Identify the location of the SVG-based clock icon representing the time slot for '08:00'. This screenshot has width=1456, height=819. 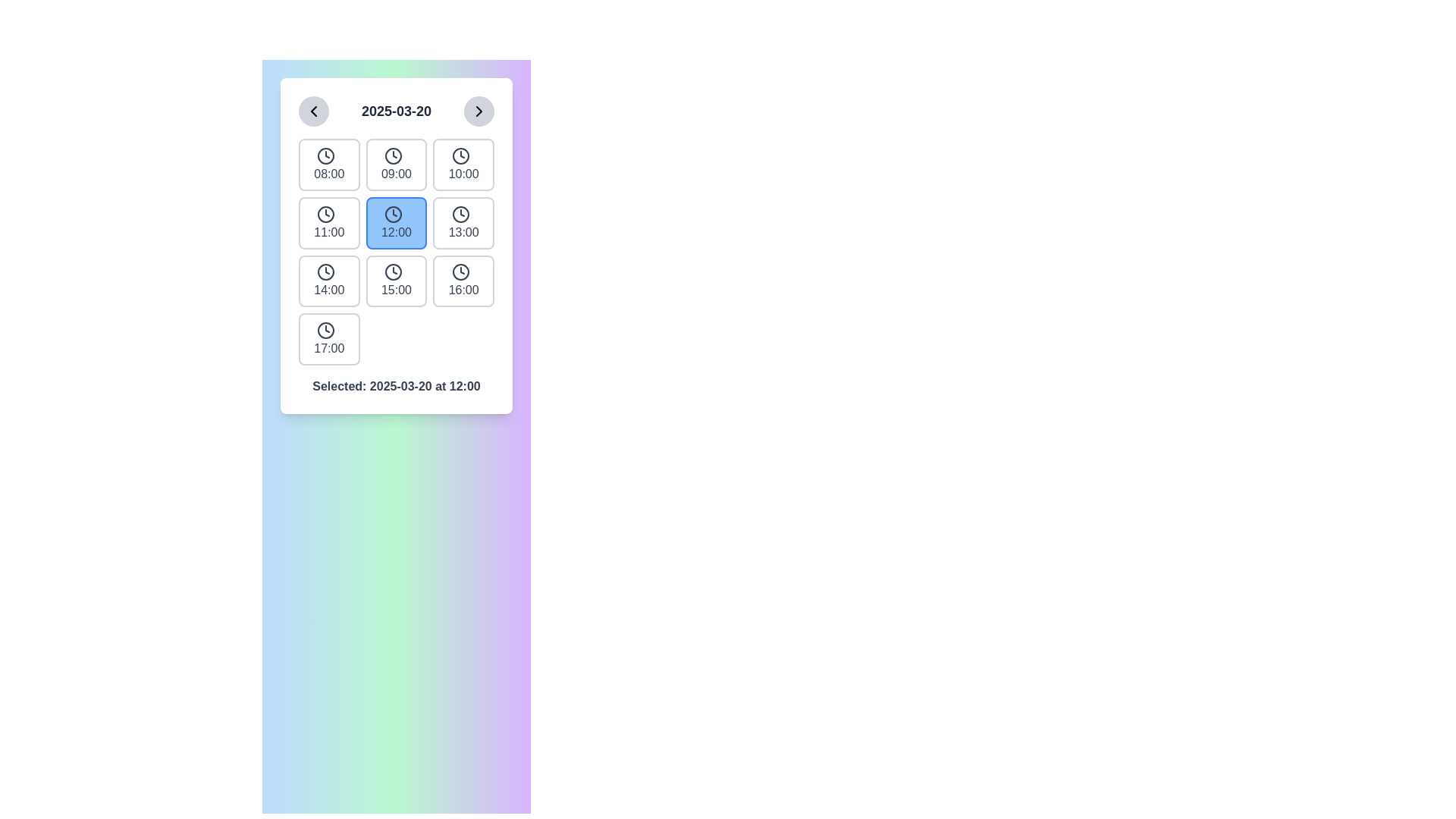
(325, 155).